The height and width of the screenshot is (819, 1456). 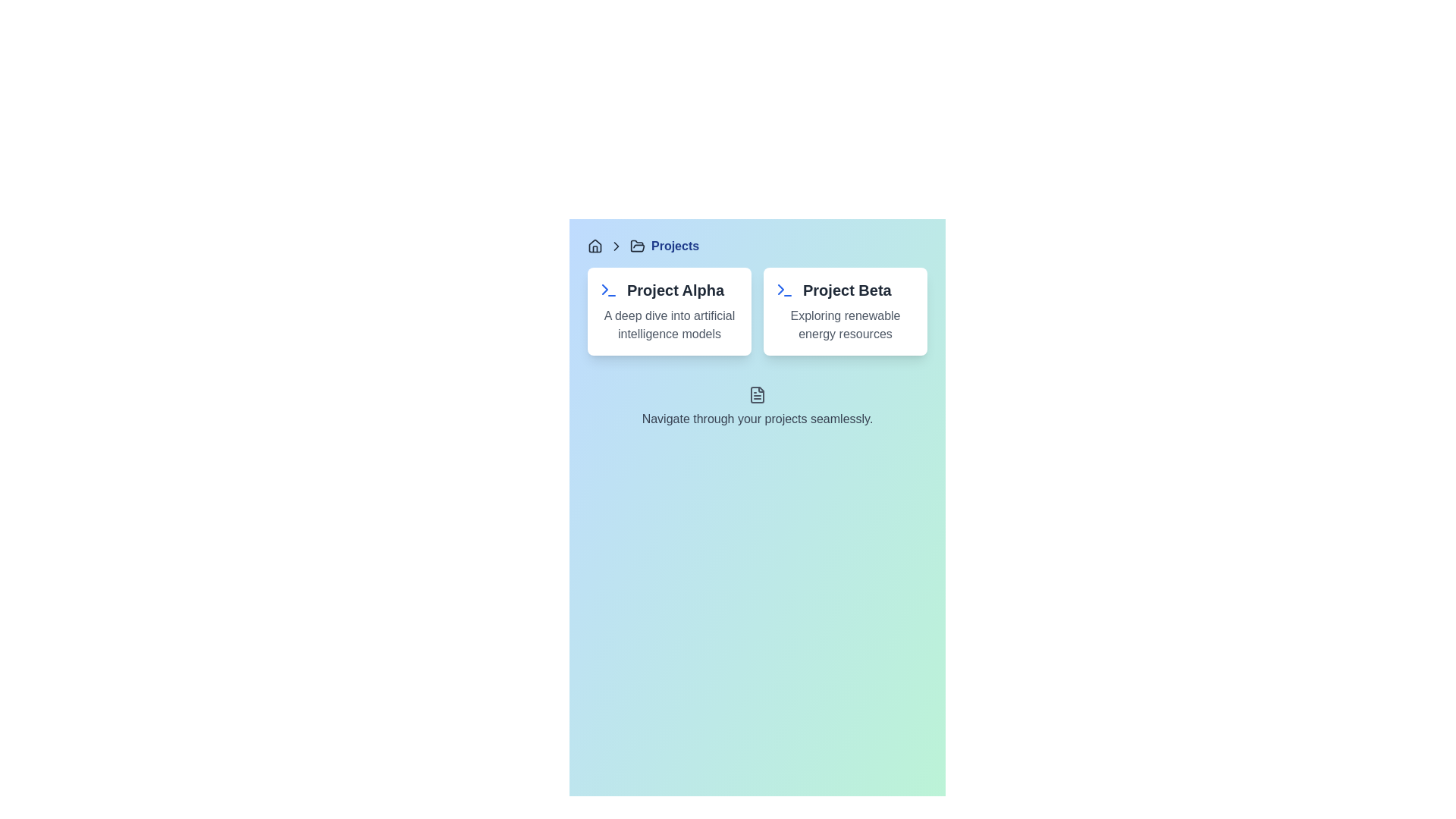 I want to click on the card titled 'Project Alpha', which features a blue terminal icon on the left and a bold black title text next to it, located at the top-left of the grid under the 'Projects' section, so click(x=669, y=311).